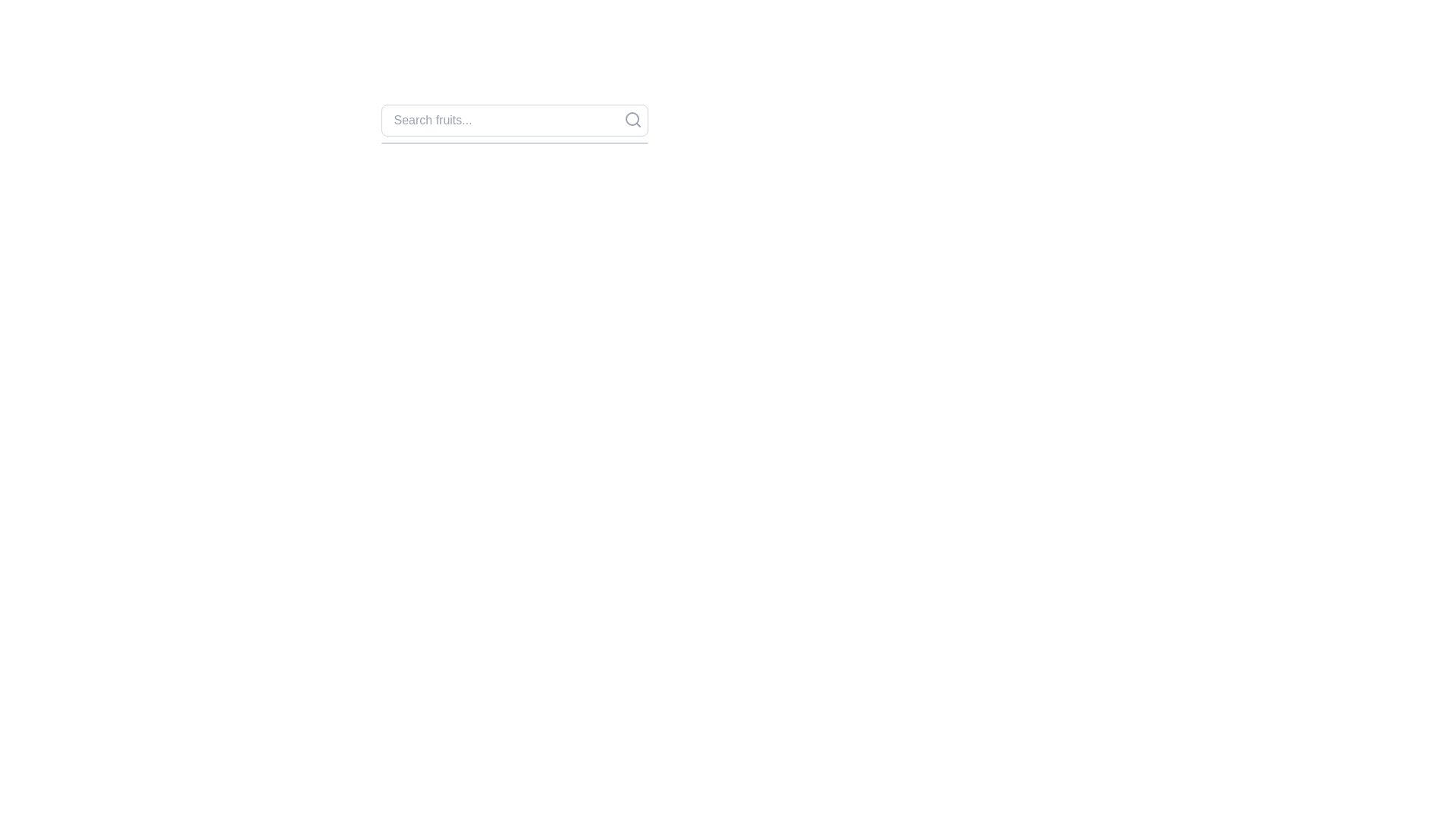 This screenshot has width=1456, height=819. I want to click on the magnifying glass icon located in the top-right corner of the 'Search fruits...' text input field to initiate the search action, so click(632, 119).